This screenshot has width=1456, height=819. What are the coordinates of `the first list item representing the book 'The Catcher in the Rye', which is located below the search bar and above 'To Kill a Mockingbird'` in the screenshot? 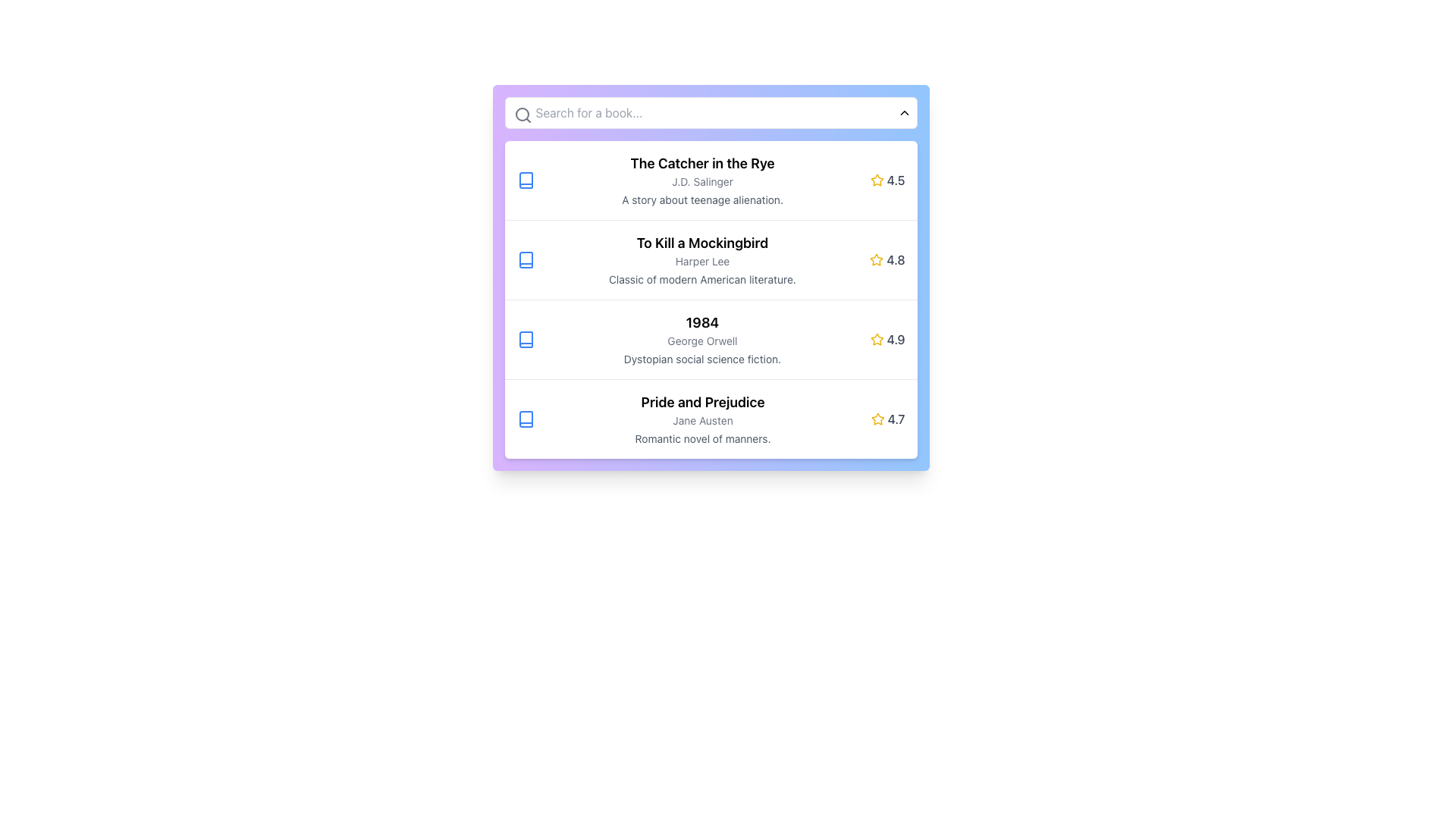 It's located at (710, 180).